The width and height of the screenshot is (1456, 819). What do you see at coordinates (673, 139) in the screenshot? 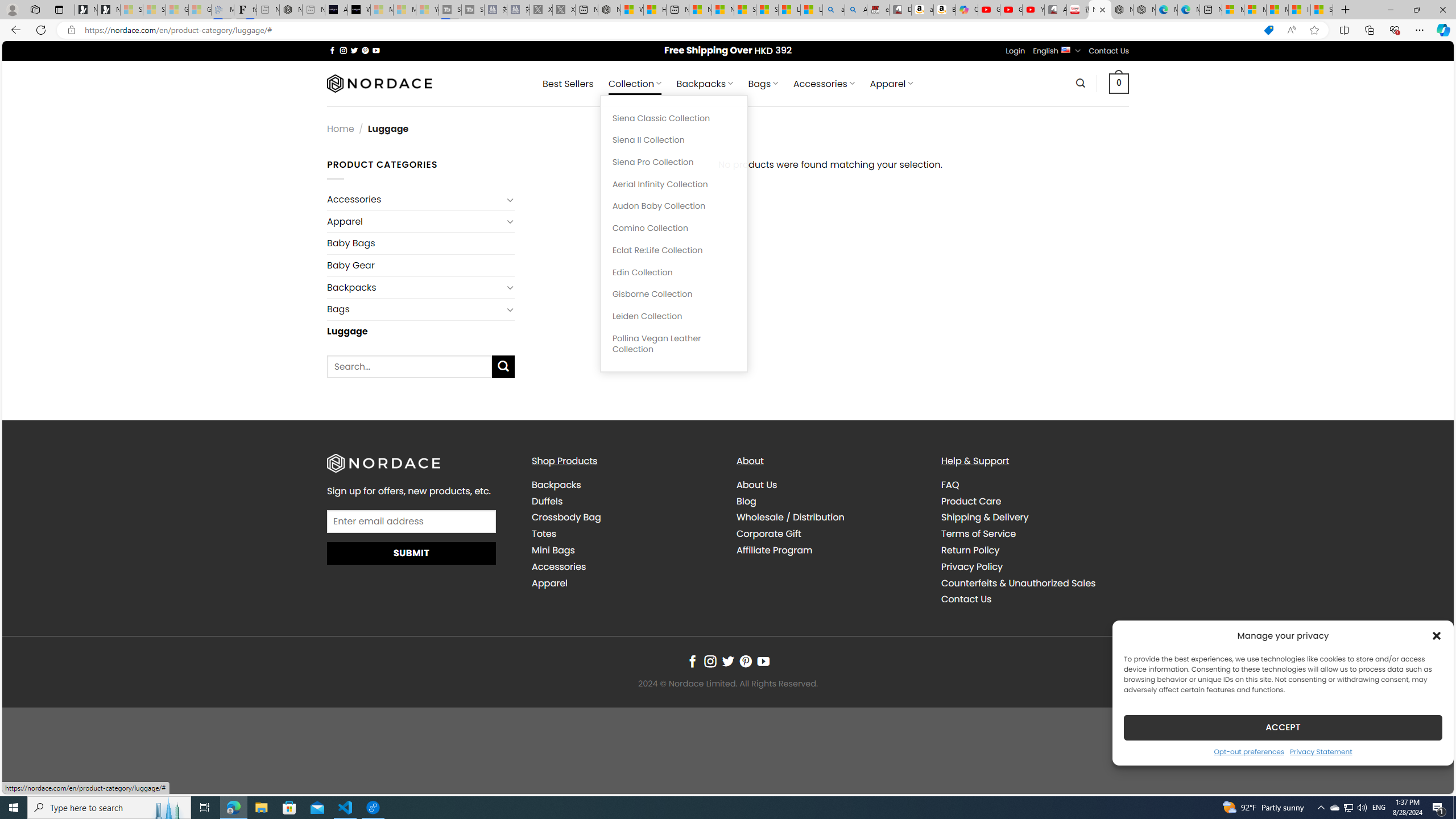
I see `'Siena II Collection'` at bounding box center [673, 139].